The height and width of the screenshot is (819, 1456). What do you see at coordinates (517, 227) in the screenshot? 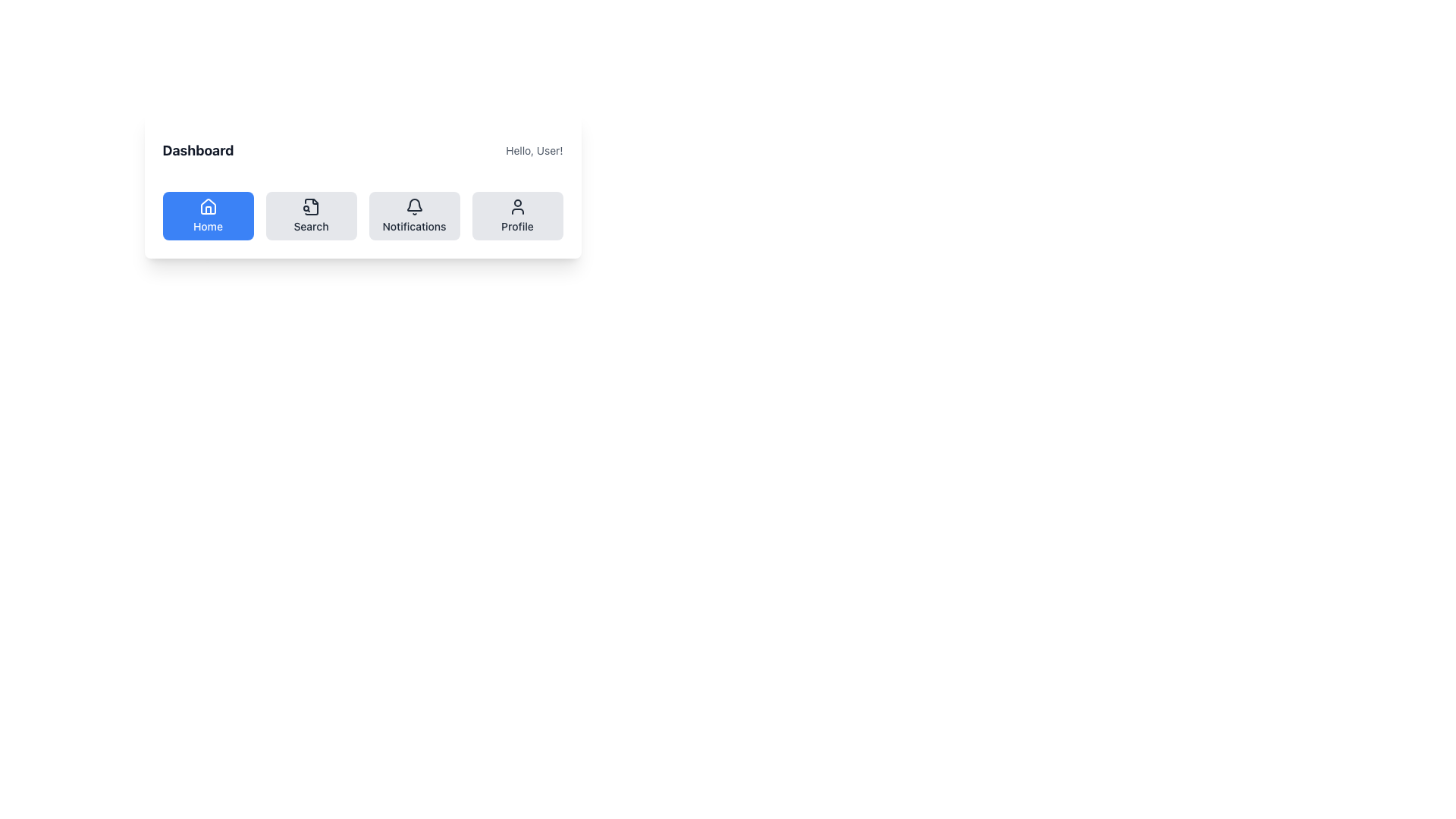
I see `text label 'Profile', which is styled in a small, medium-bold font and is located below a user icon in the clickable 'Profile' button, positioned at the bottom center of a rectangular section with rounded corners` at bounding box center [517, 227].